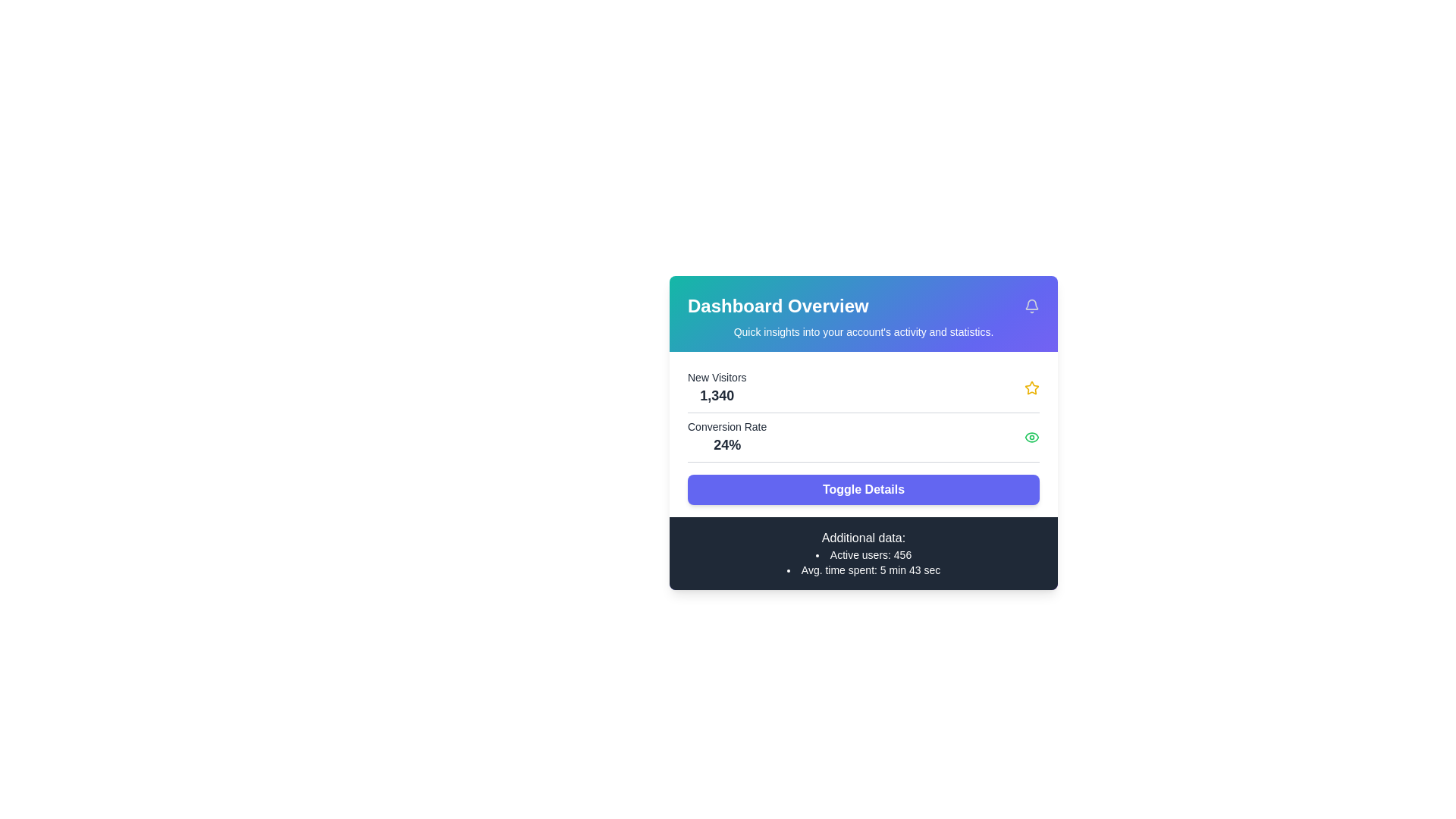  I want to click on the text content of the subheading label that introduces the active user details and average time spent, located directly above the text 'Active users: 456' and 'Avg. time spent: 5 min 43 sec', so click(863, 537).